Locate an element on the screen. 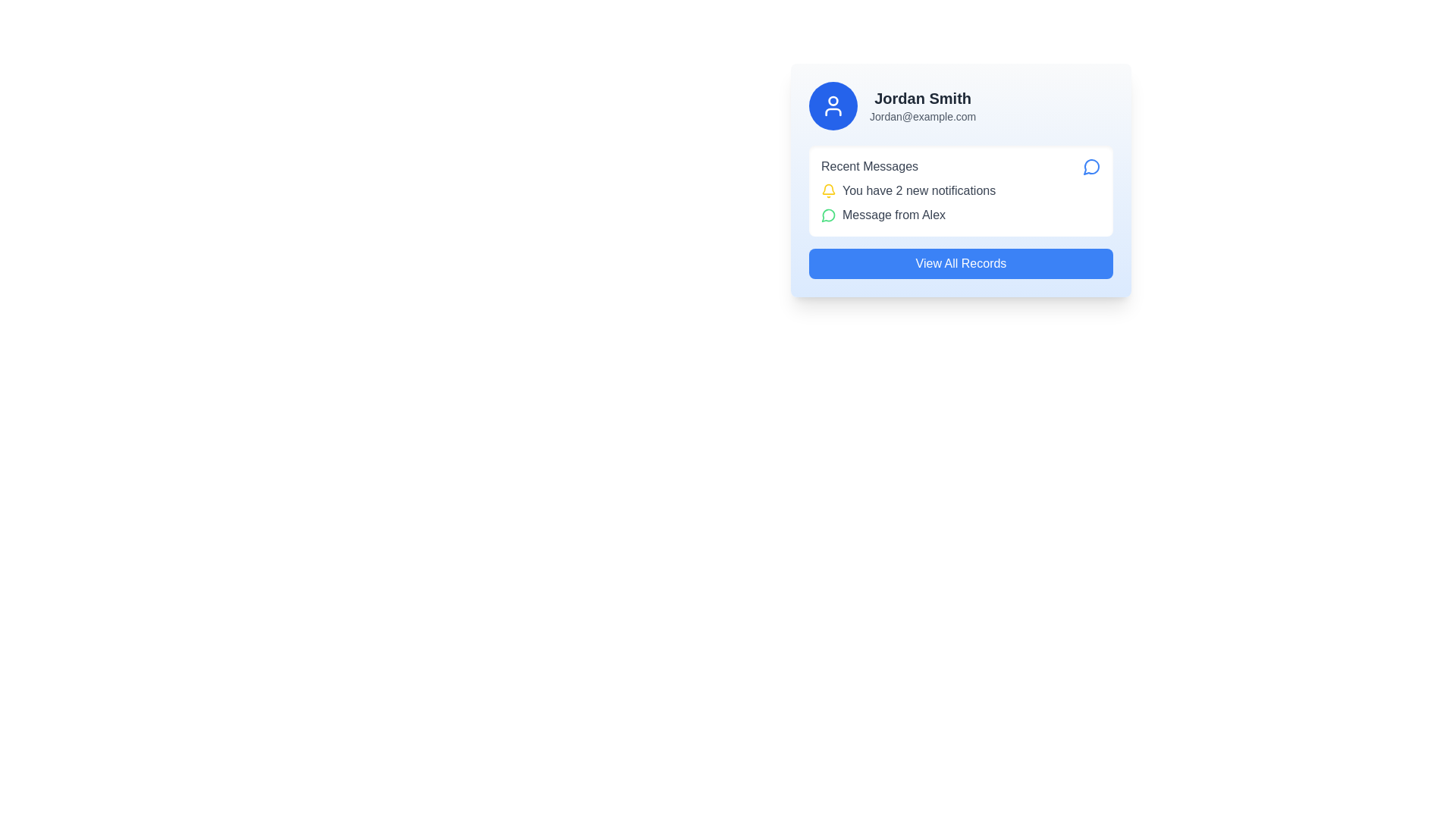  the non-interactive text label located in the top-right region of the interface, which serves as a heading for recent messages is located at coordinates (870, 166).